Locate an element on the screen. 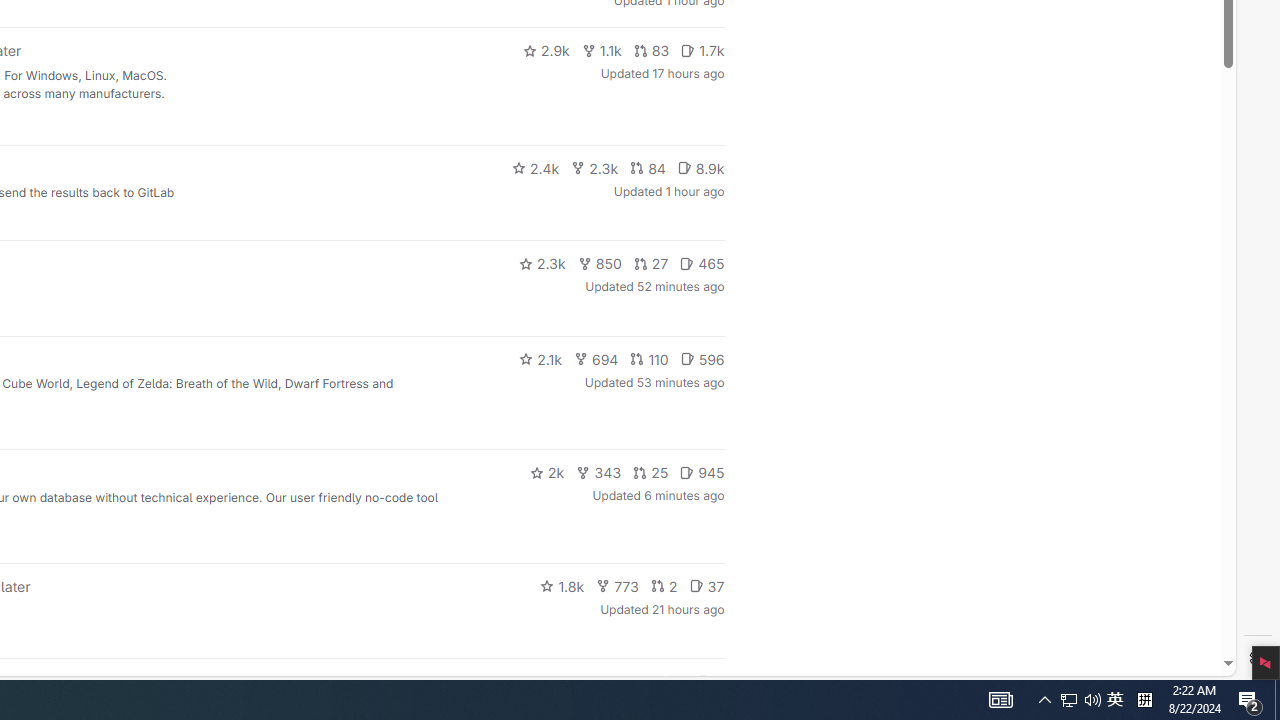  '1.7k' is located at coordinates (702, 50).